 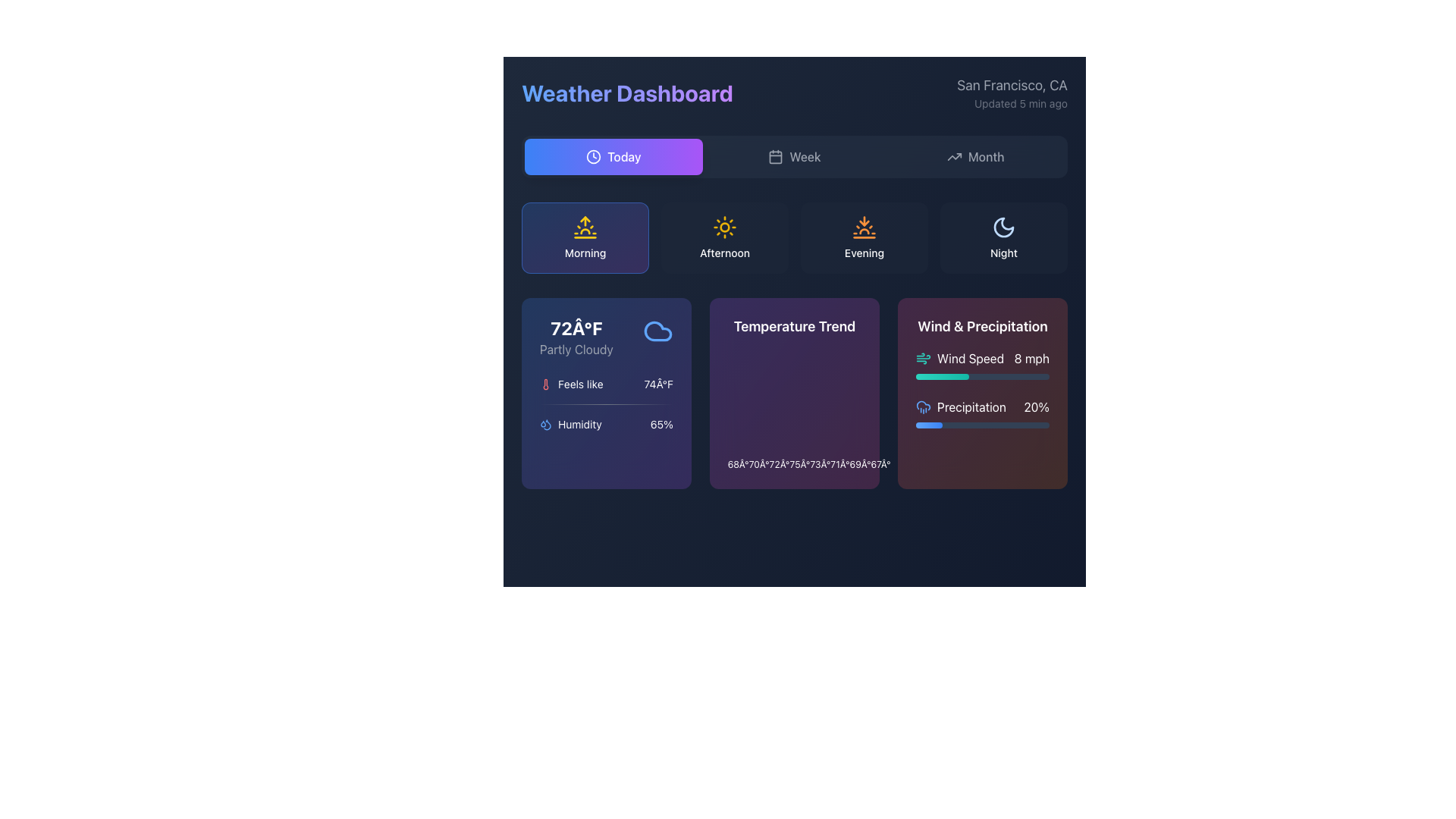 I want to click on the calendar icon associated with the 'Week' button in the navigation bar to interact with it, so click(x=776, y=157).